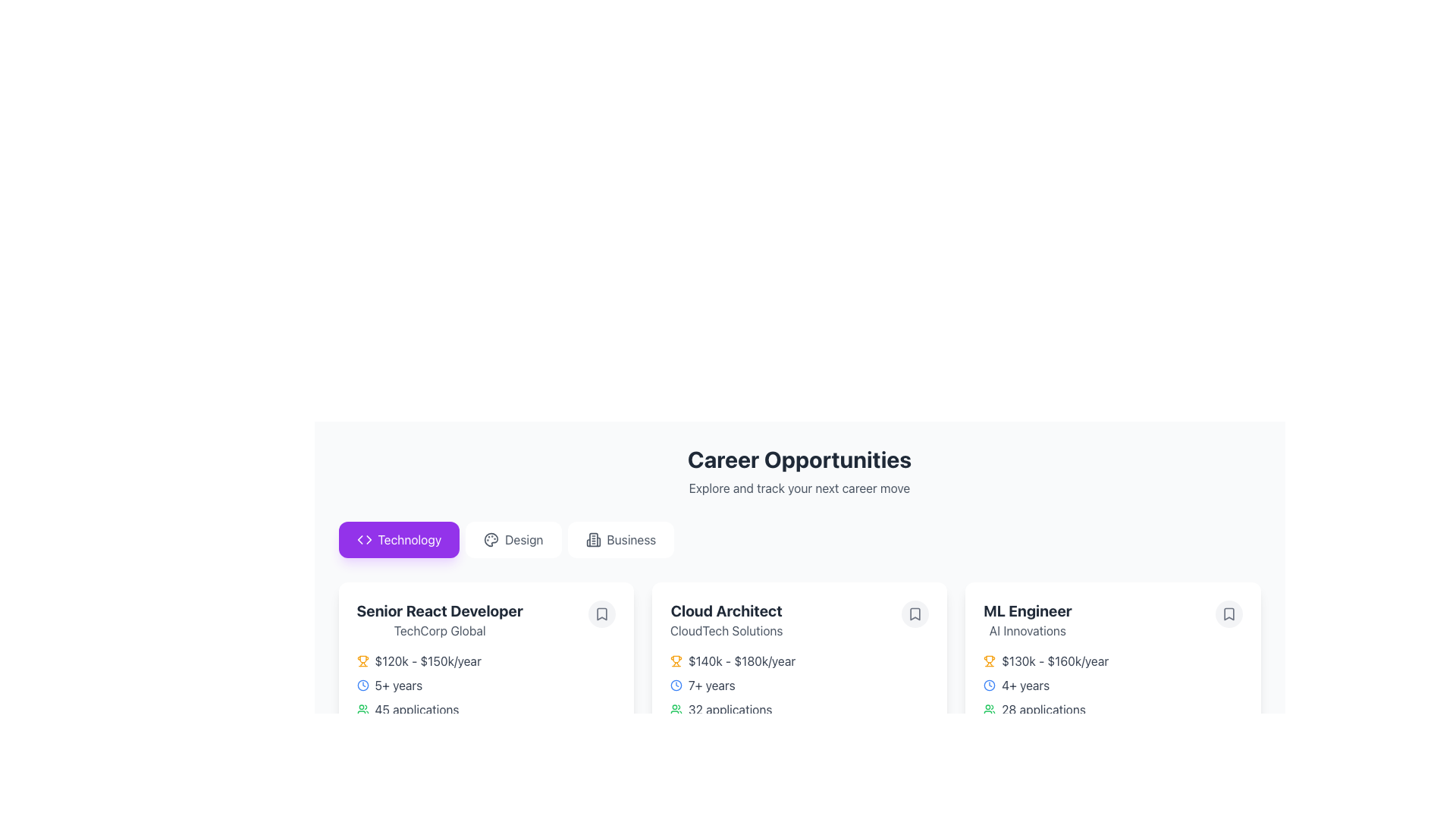  I want to click on the text element displaying '4+ years' located within the 'ML Engineer' card, so click(1025, 685).